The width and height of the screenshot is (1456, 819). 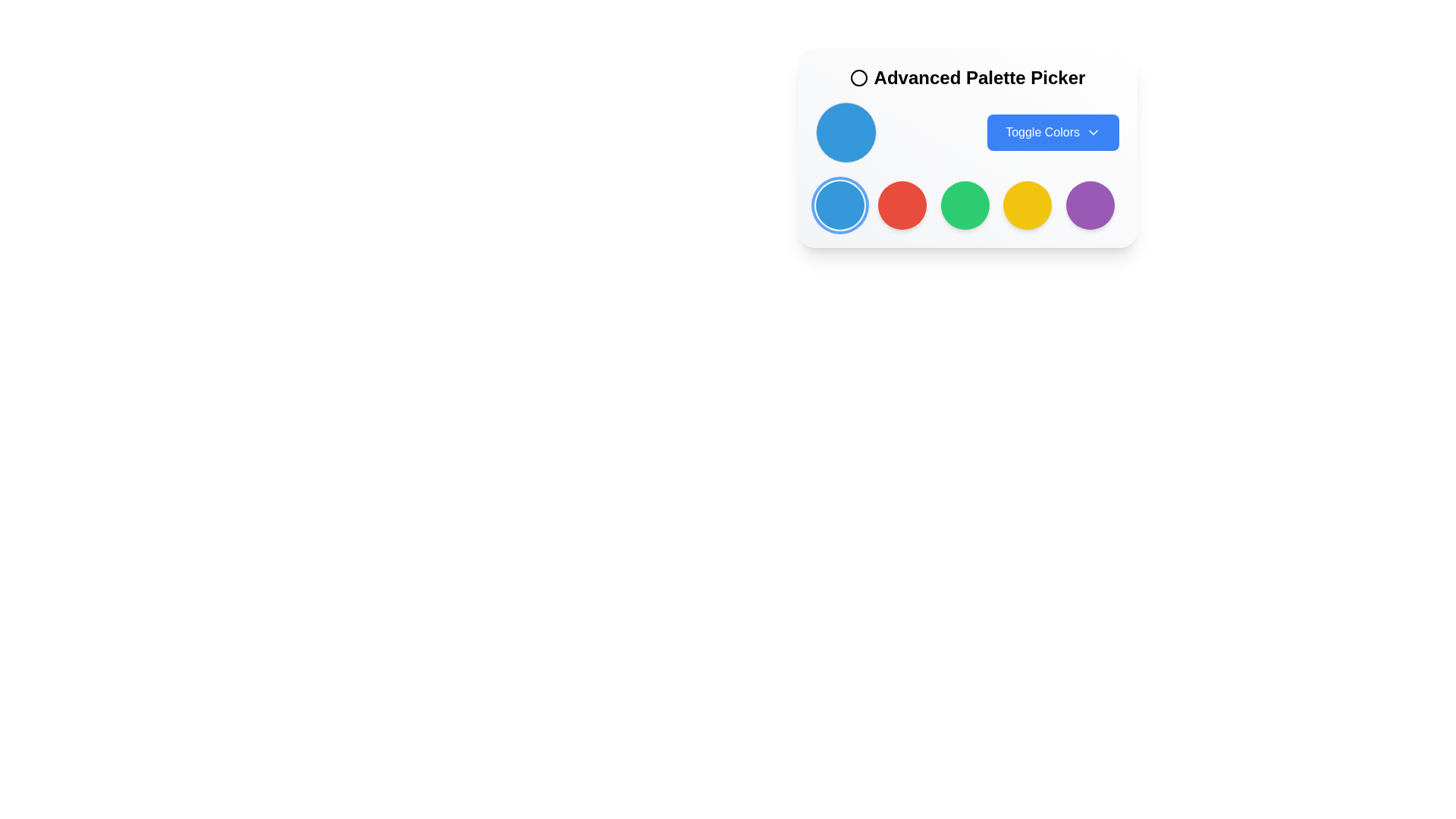 I want to click on the second circle in the color selection palette under the 'Advanced Palette Picker', so click(x=902, y=205).